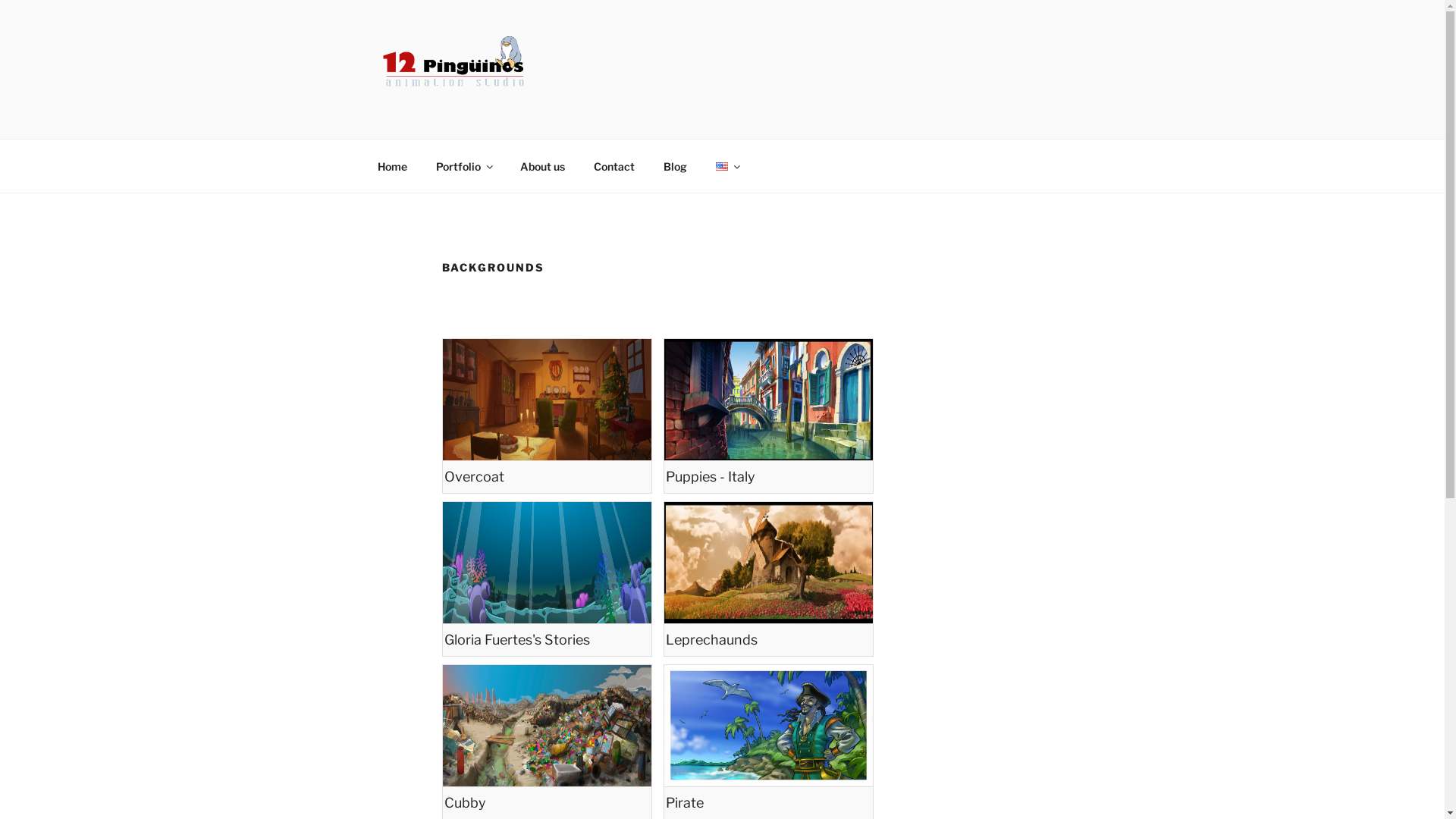  Describe the element at coordinates (0, 0) in the screenshot. I see `'Skip to content'` at that location.